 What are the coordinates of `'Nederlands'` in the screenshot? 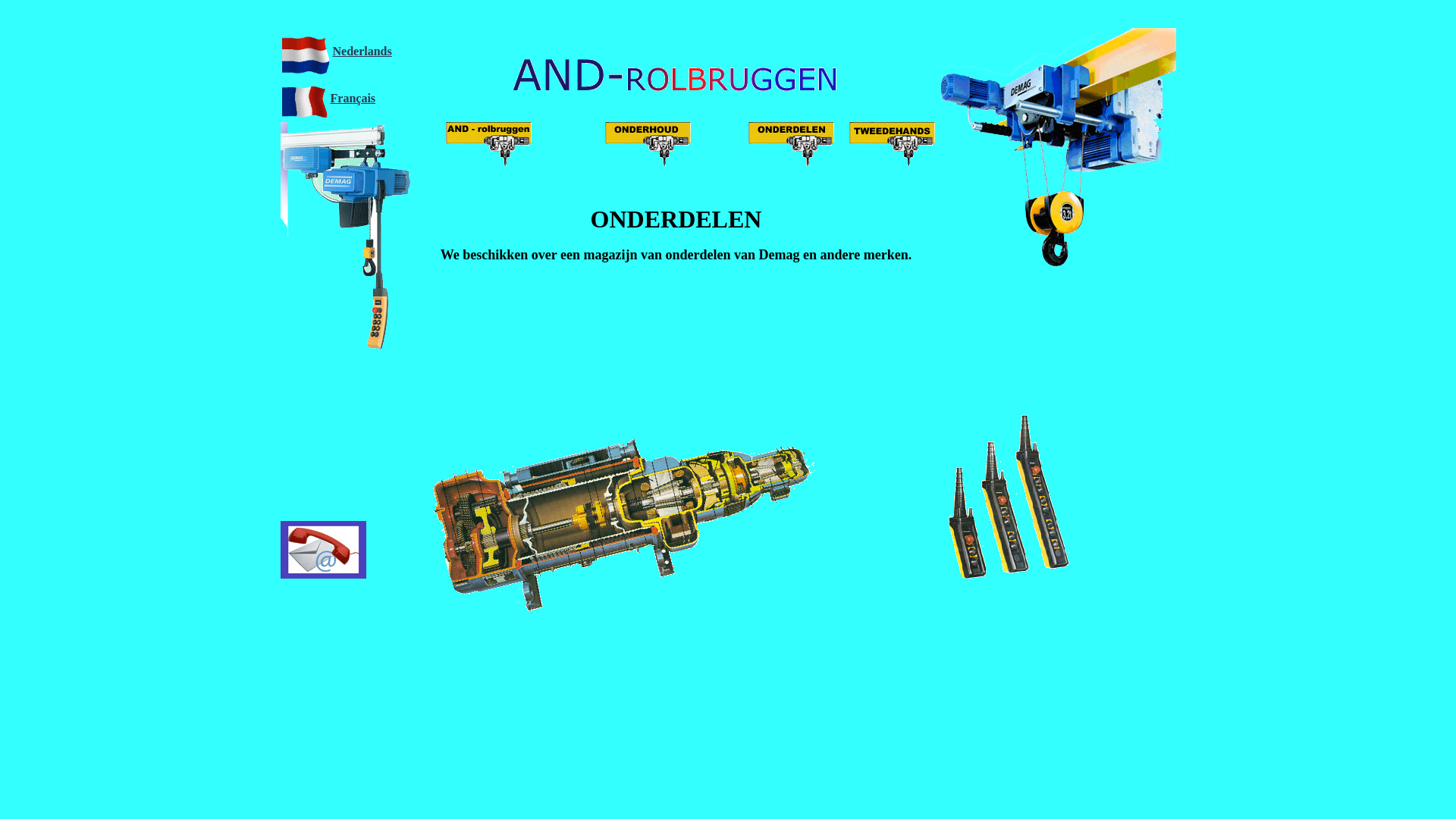 It's located at (360, 49).